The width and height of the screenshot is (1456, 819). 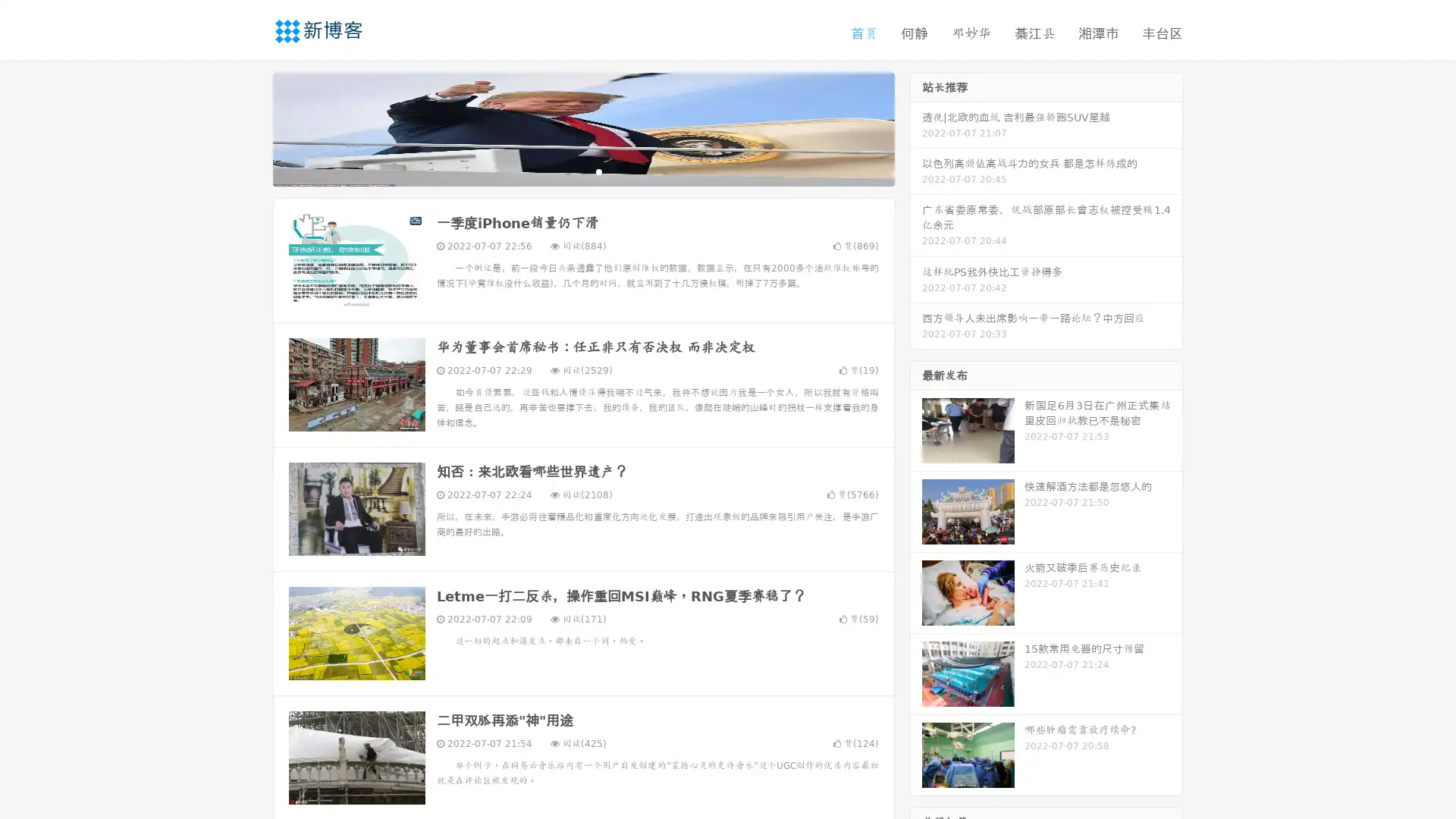 What do you see at coordinates (250, 127) in the screenshot?
I see `Previous slide` at bounding box center [250, 127].